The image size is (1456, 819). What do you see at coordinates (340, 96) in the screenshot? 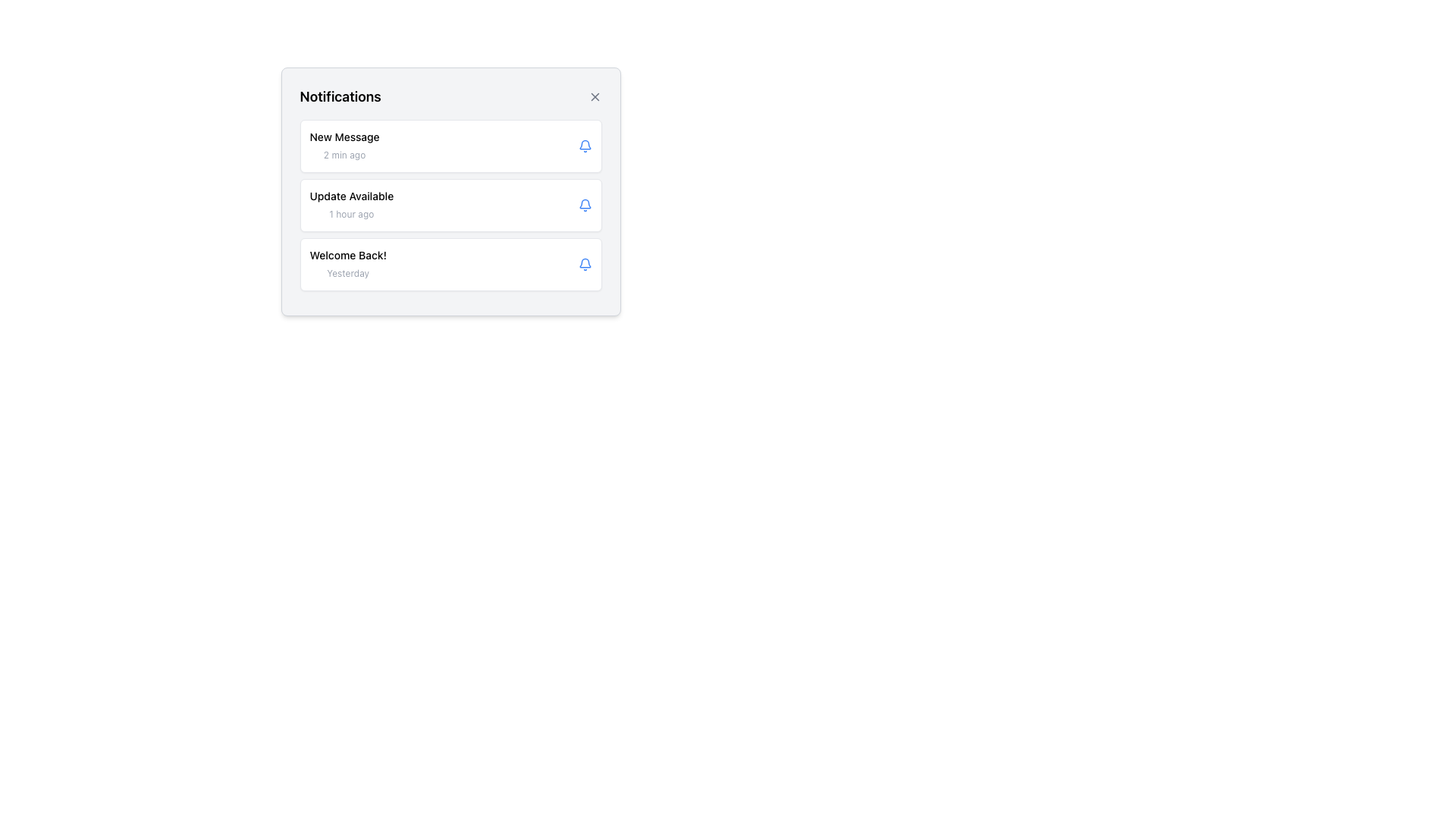
I see `the 'Notifications' text label, which is a bold black font heading located at the top-center of a notification card interface` at bounding box center [340, 96].